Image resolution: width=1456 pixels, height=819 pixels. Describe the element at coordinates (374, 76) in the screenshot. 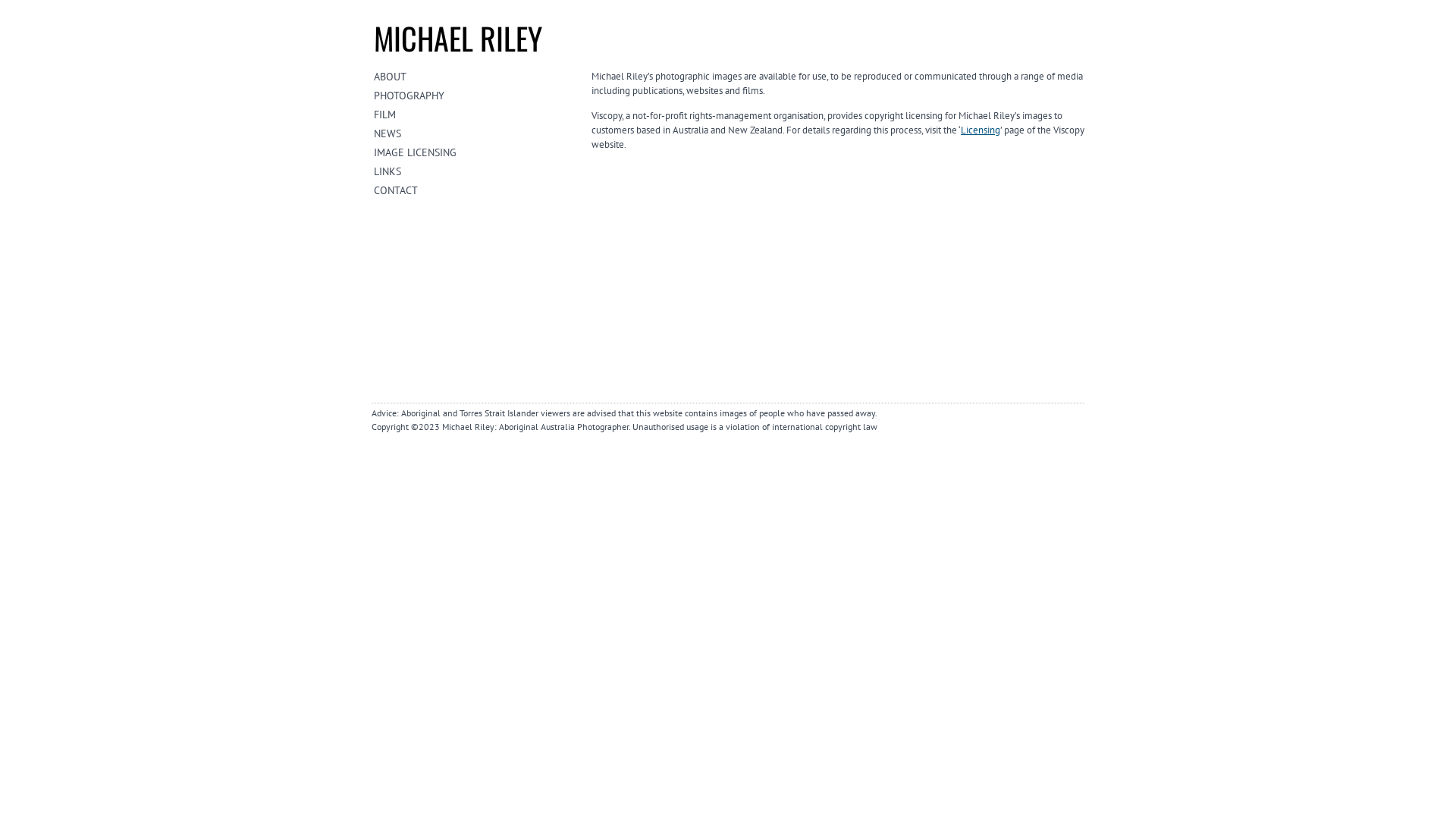

I see `'ABOUT'` at that location.